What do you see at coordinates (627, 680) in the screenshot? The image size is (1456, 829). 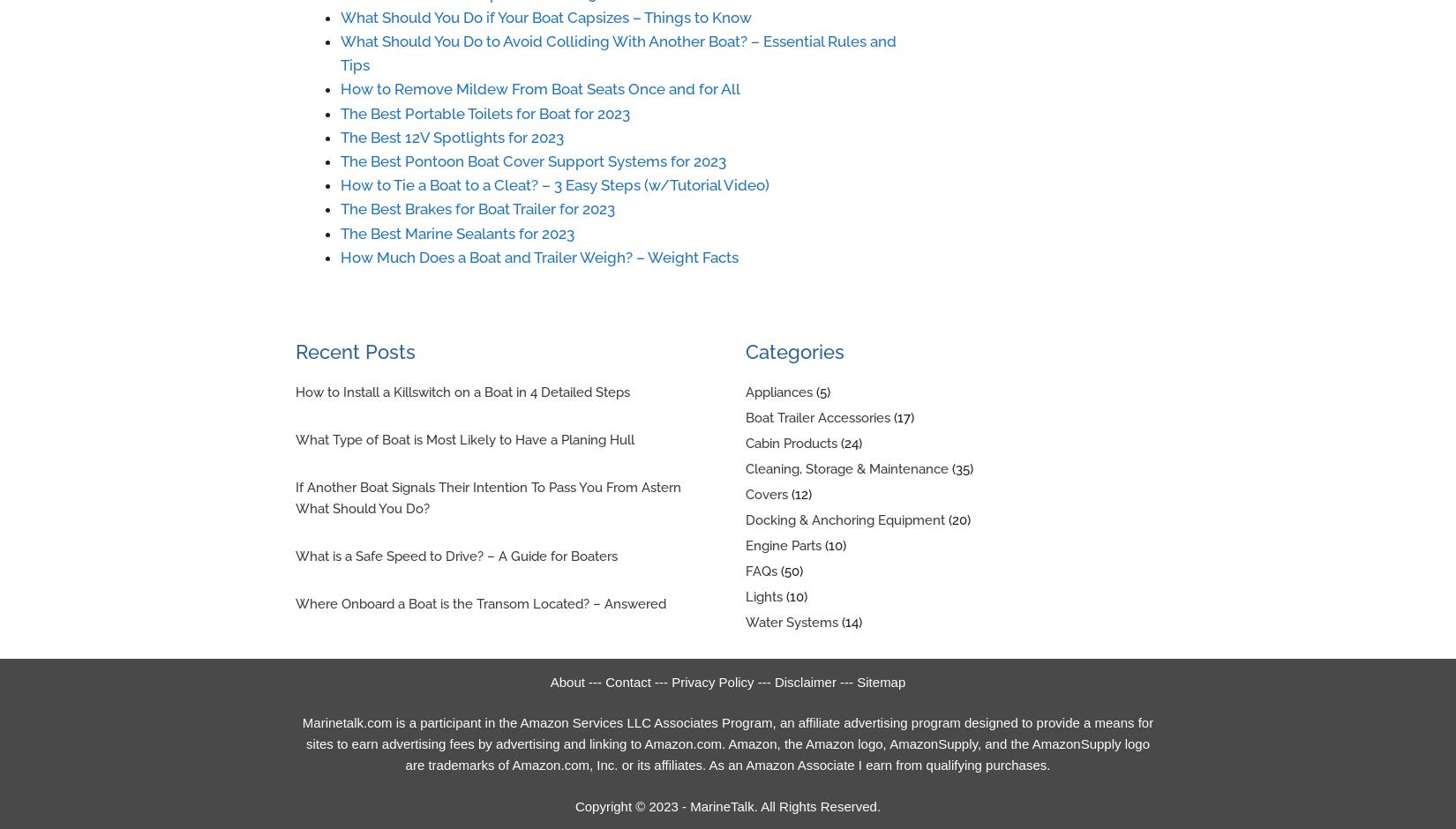 I see `'Contact'` at bounding box center [627, 680].